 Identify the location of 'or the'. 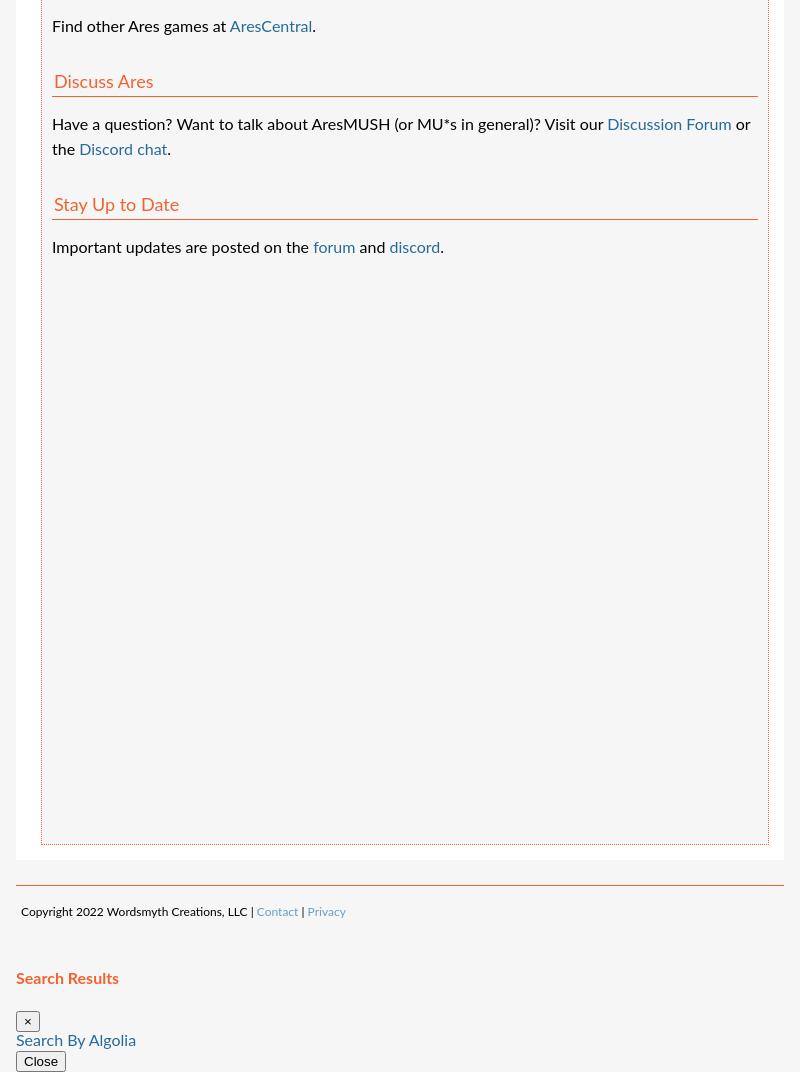
(51, 136).